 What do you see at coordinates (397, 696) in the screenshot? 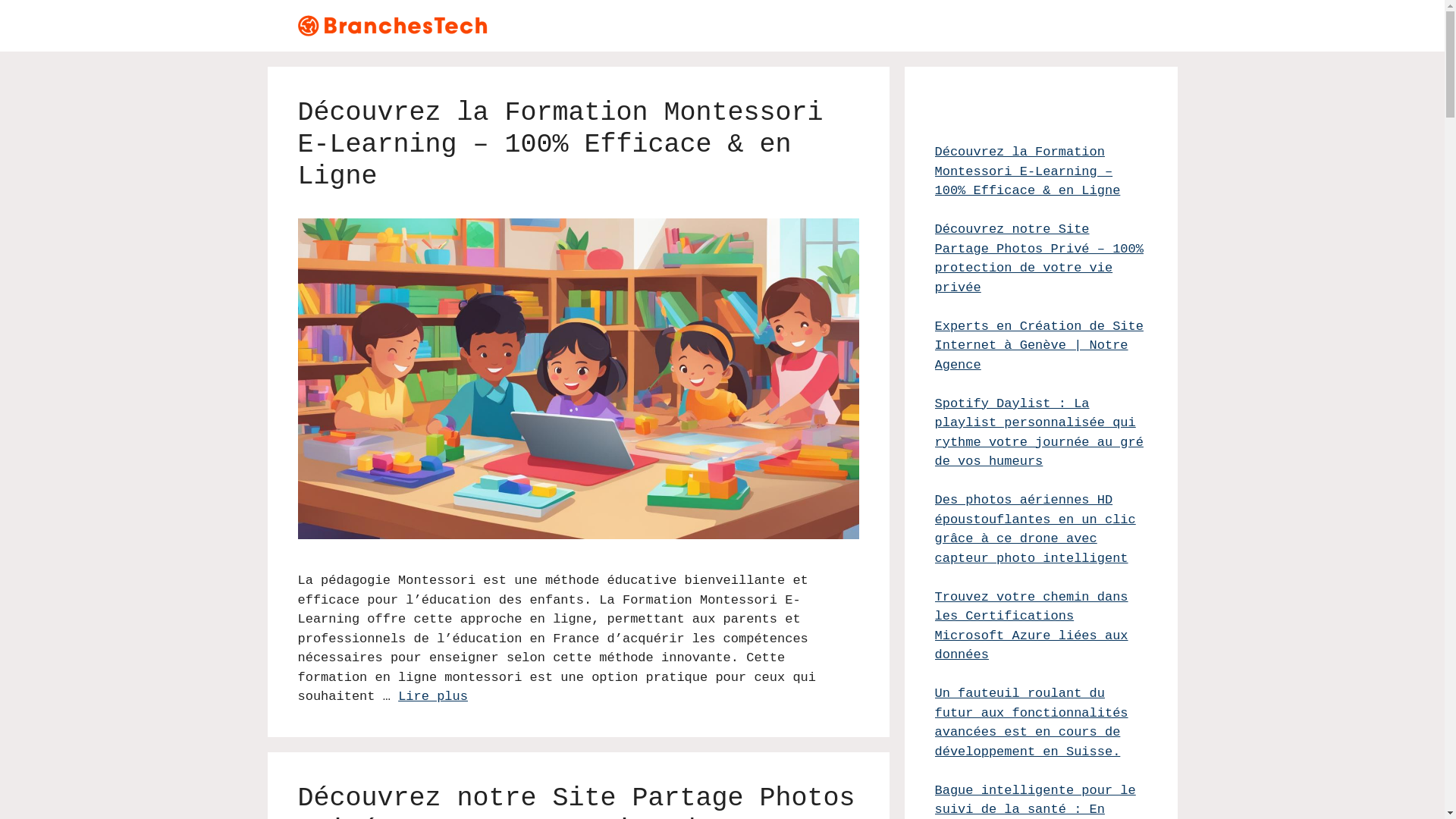
I see `'Lire plus'` at bounding box center [397, 696].